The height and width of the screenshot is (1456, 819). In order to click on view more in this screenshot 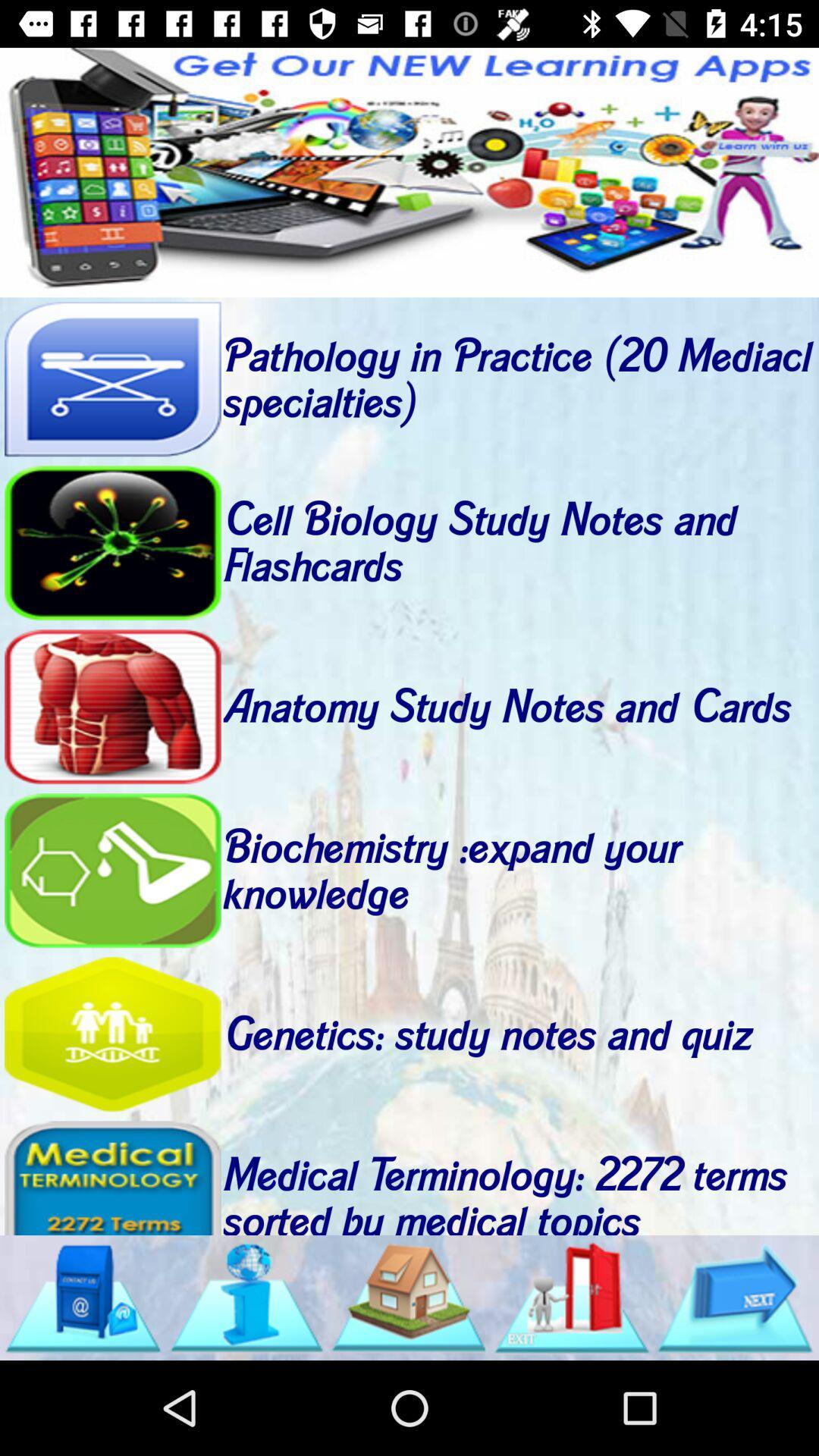, I will do `click(111, 1176)`.